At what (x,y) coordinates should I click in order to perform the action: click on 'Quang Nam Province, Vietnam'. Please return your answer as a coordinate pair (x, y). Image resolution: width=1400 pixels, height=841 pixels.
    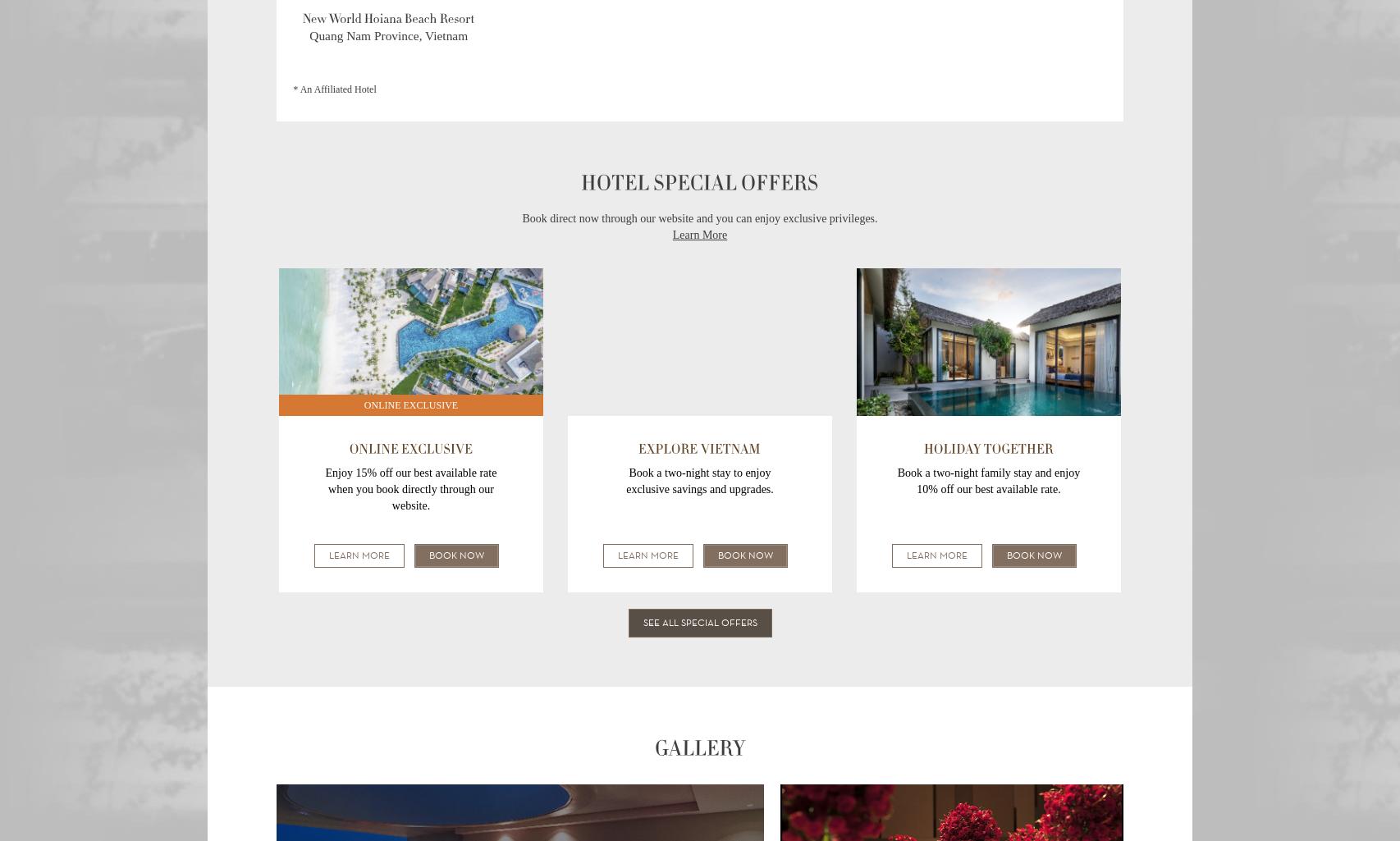
    Looking at the image, I should click on (387, 34).